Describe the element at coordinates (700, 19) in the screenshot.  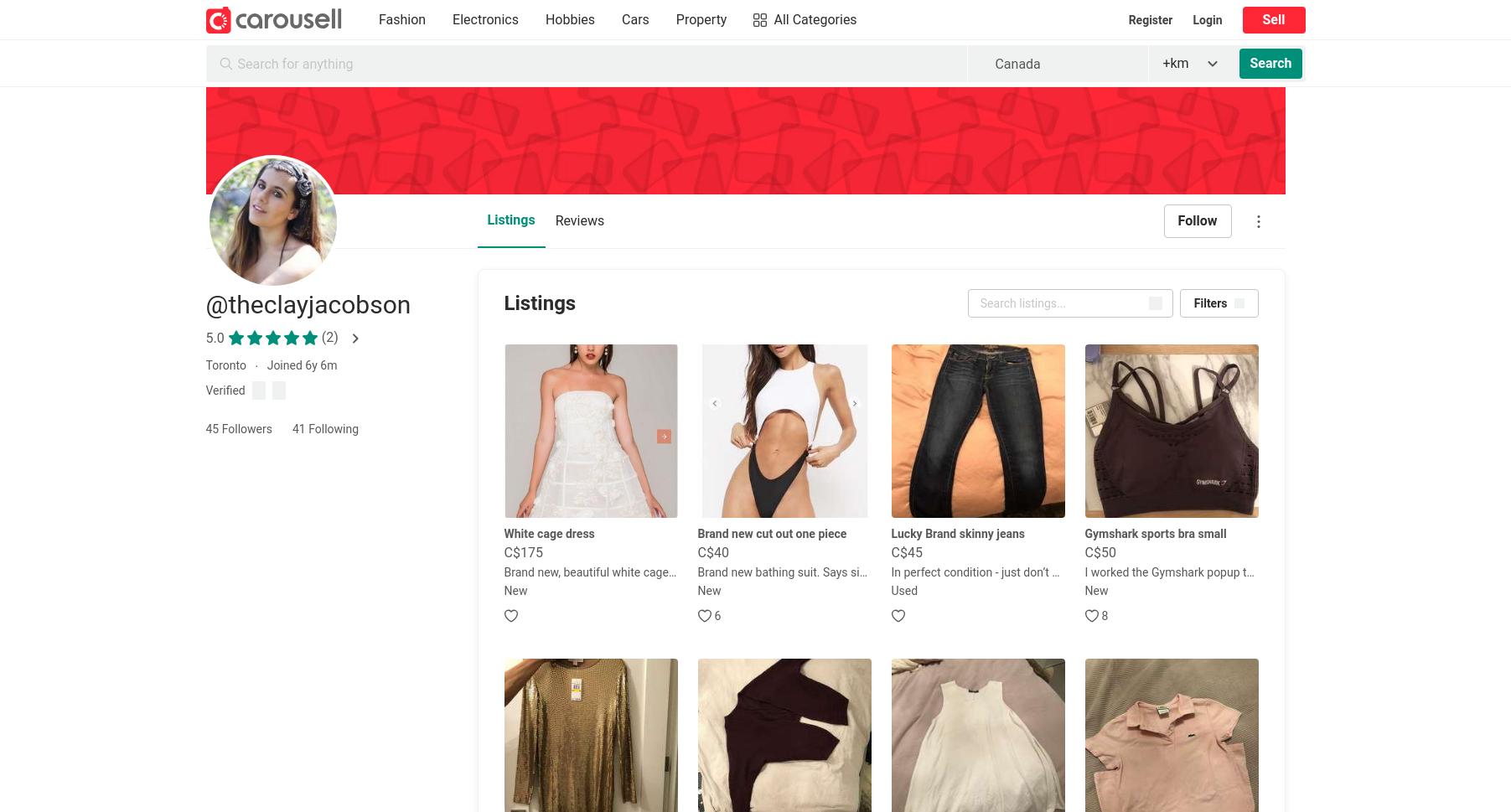
I see `'Property'` at that location.